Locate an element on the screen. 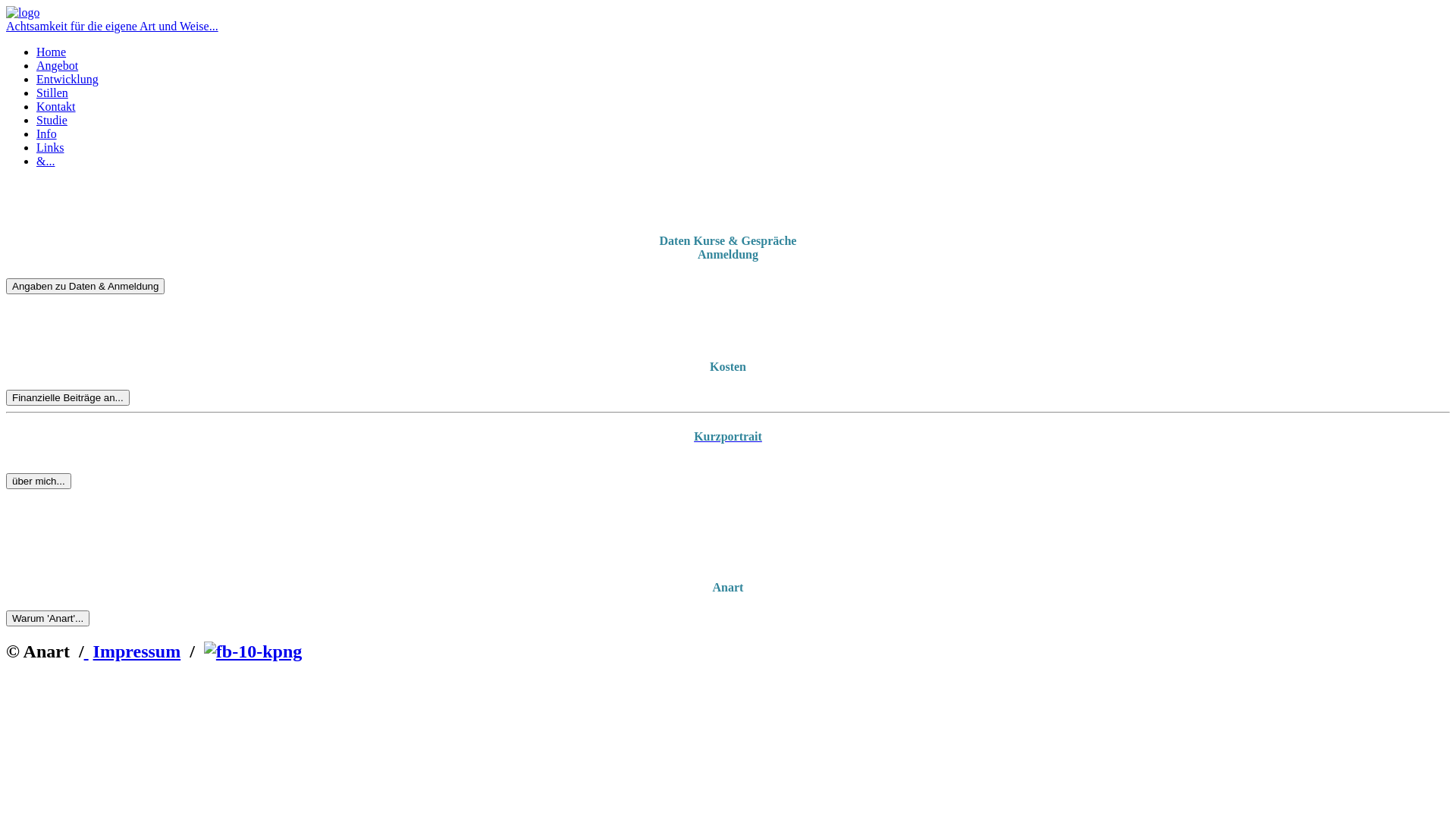 This screenshot has width=1456, height=819. 'Warum 'Anart'...' is located at coordinates (47, 618).